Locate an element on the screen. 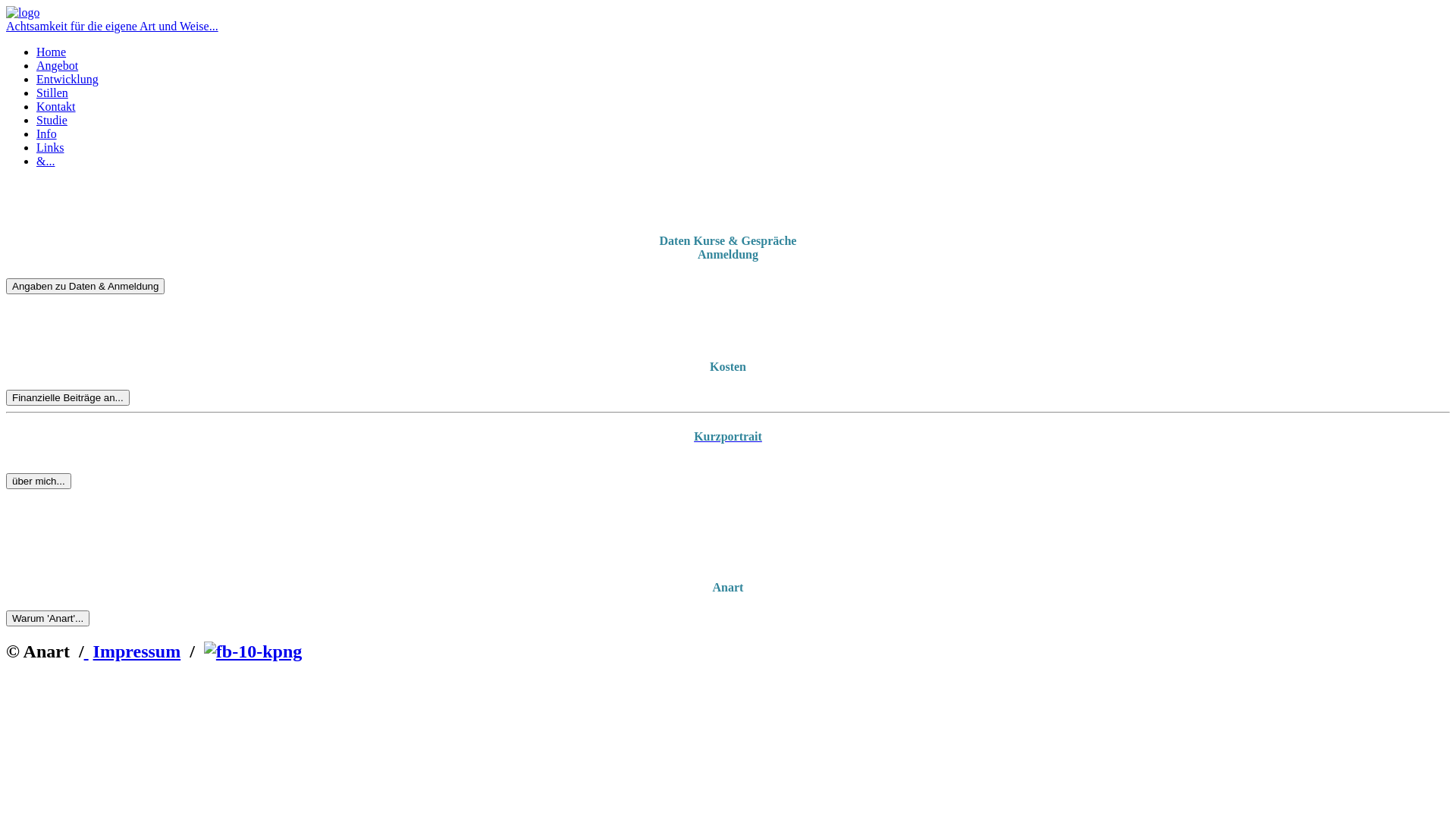 This screenshot has width=1456, height=819. 'Warum 'Anart'...' is located at coordinates (47, 618).